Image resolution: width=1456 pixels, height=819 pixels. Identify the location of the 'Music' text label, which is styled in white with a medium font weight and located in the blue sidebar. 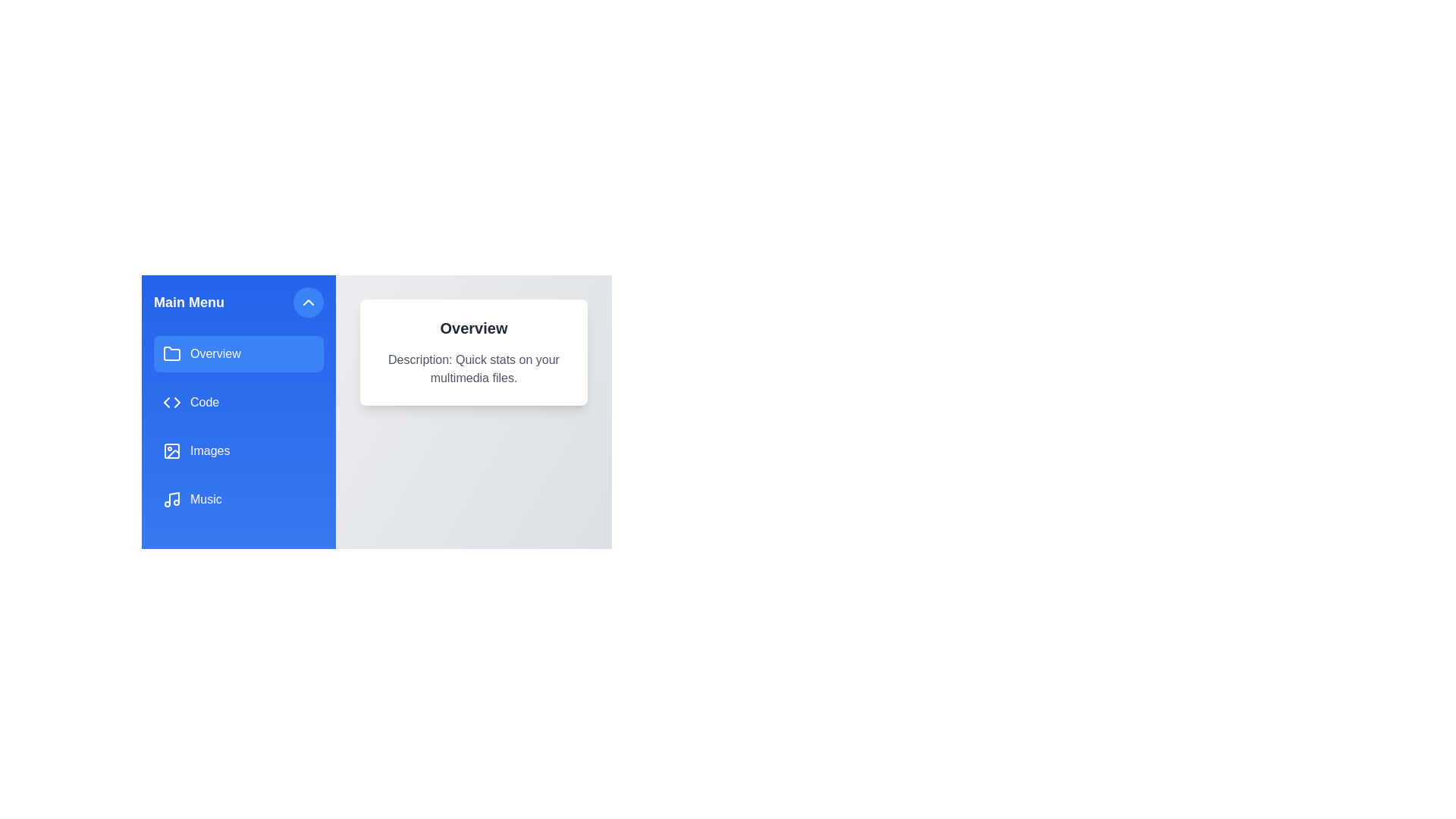
(205, 500).